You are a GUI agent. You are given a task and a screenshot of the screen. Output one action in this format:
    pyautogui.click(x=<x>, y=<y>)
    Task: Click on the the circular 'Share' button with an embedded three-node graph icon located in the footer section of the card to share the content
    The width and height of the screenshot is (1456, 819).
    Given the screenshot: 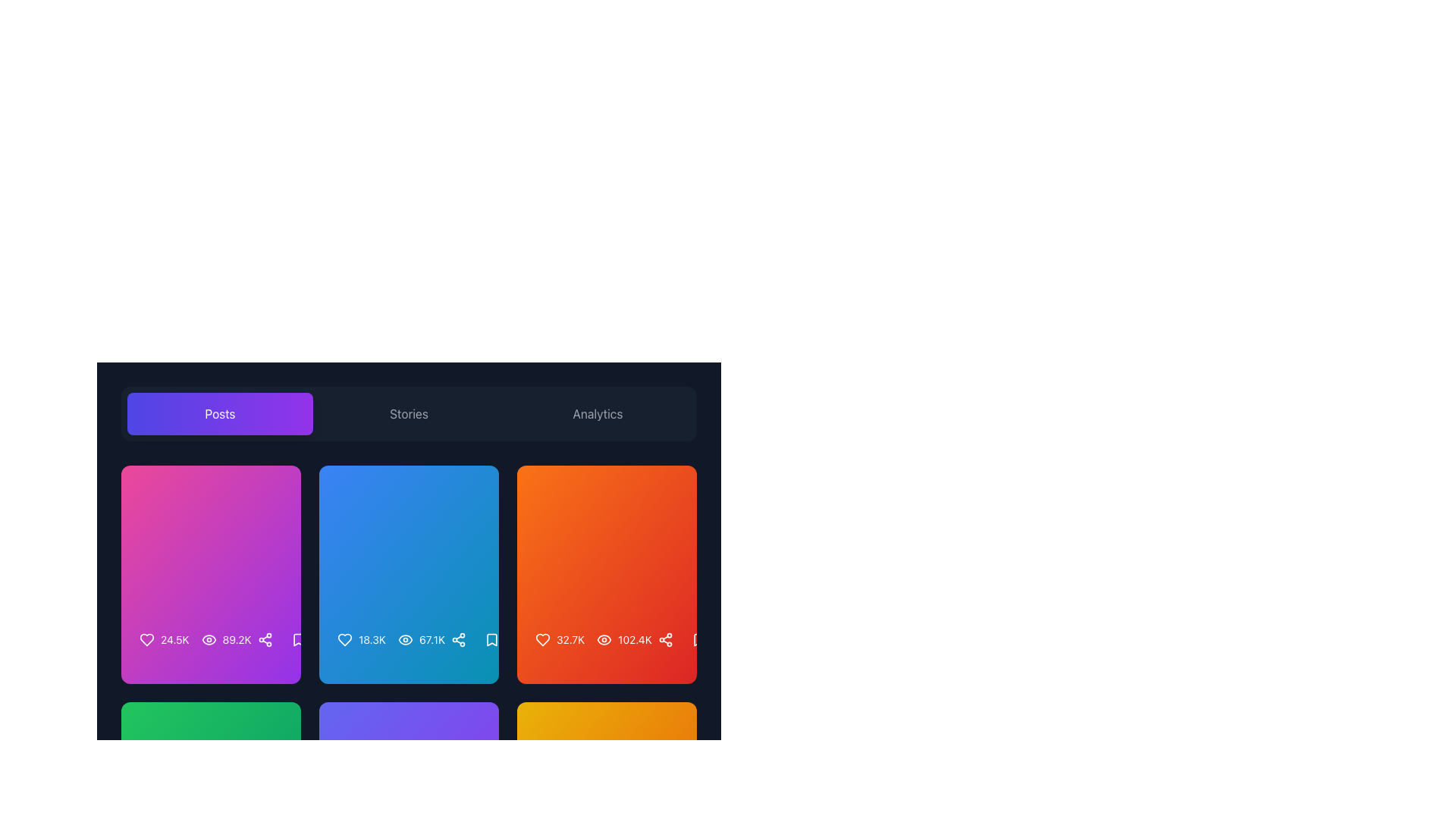 What is the action you would take?
    pyautogui.click(x=265, y=640)
    